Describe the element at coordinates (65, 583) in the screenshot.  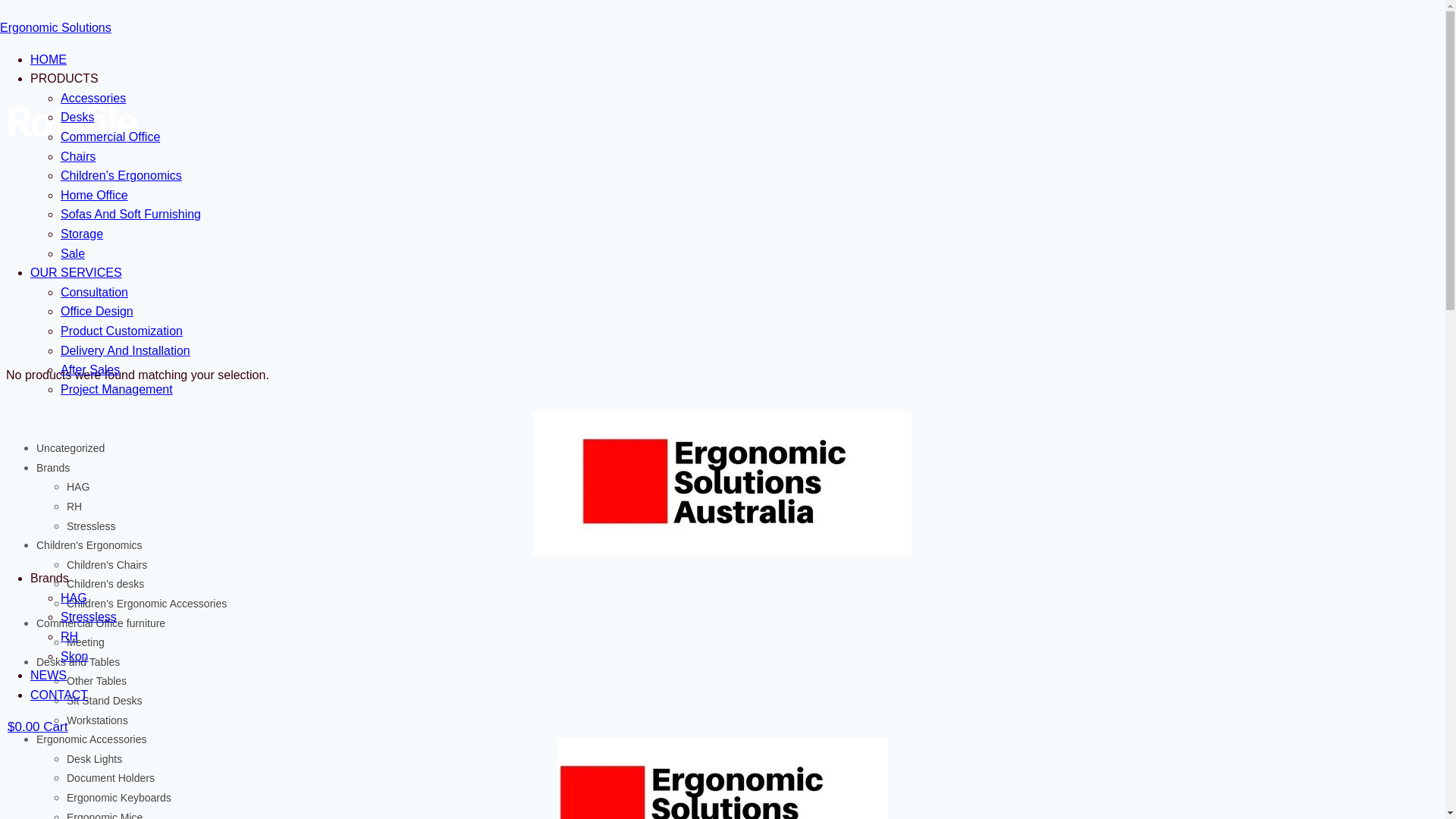
I see `'Children's desks'` at that location.